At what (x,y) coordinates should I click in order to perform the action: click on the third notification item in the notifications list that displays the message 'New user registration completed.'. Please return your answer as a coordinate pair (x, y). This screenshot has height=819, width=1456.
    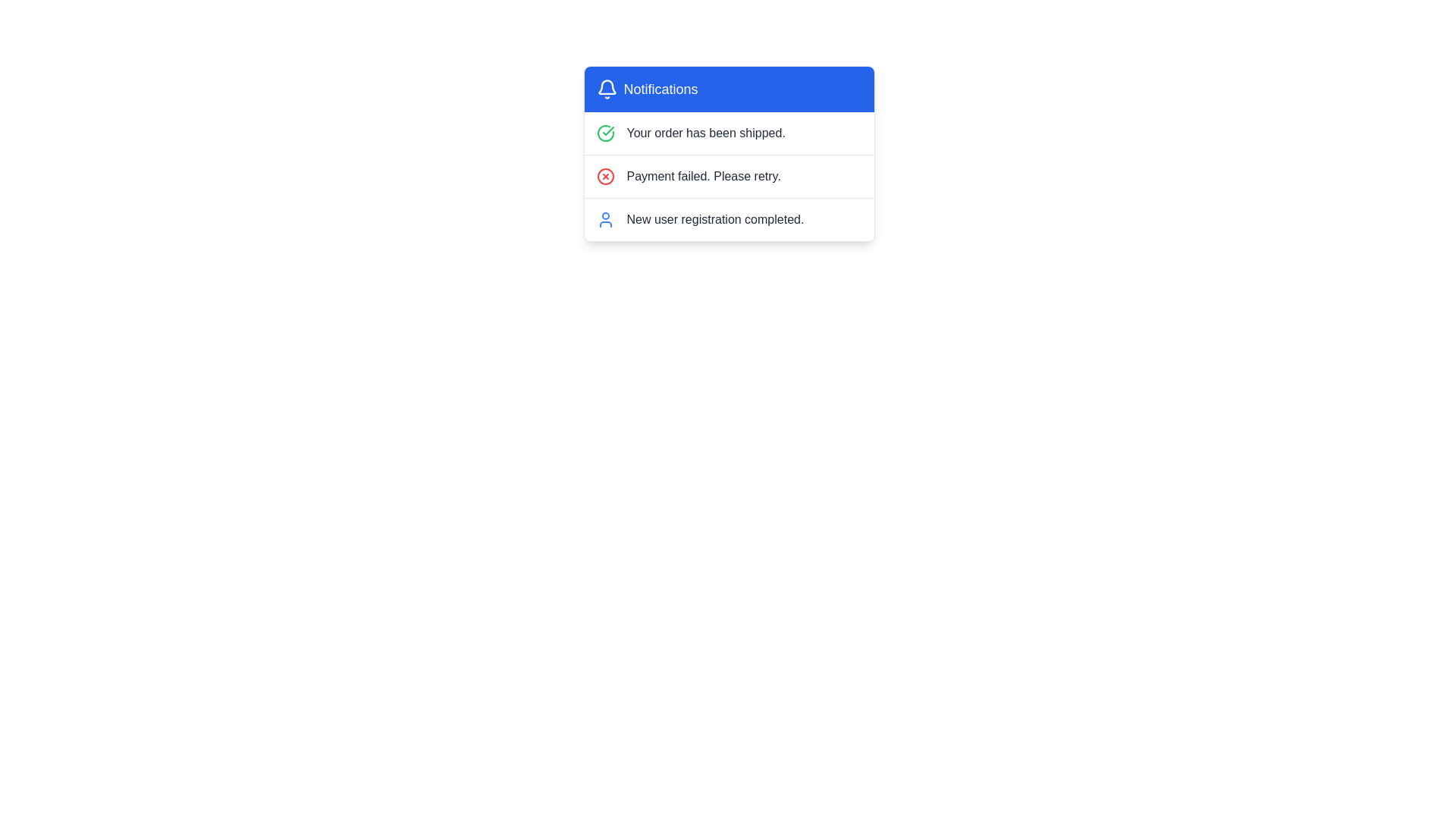
    Looking at the image, I should click on (714, 219).